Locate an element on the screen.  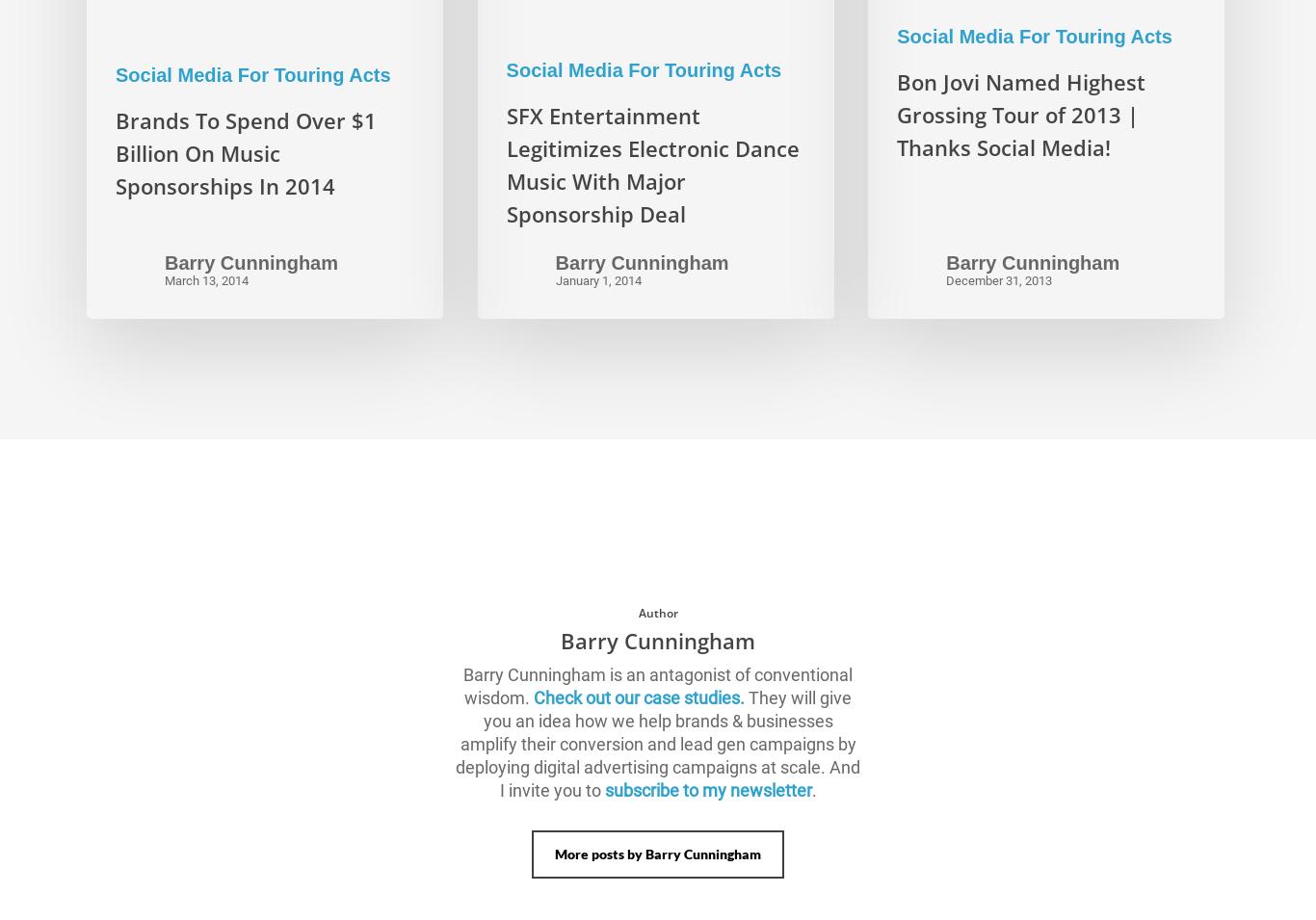
'Barry Cunningham is an antagonist of conventional wisdom.' is located at coordinates (462, 684).